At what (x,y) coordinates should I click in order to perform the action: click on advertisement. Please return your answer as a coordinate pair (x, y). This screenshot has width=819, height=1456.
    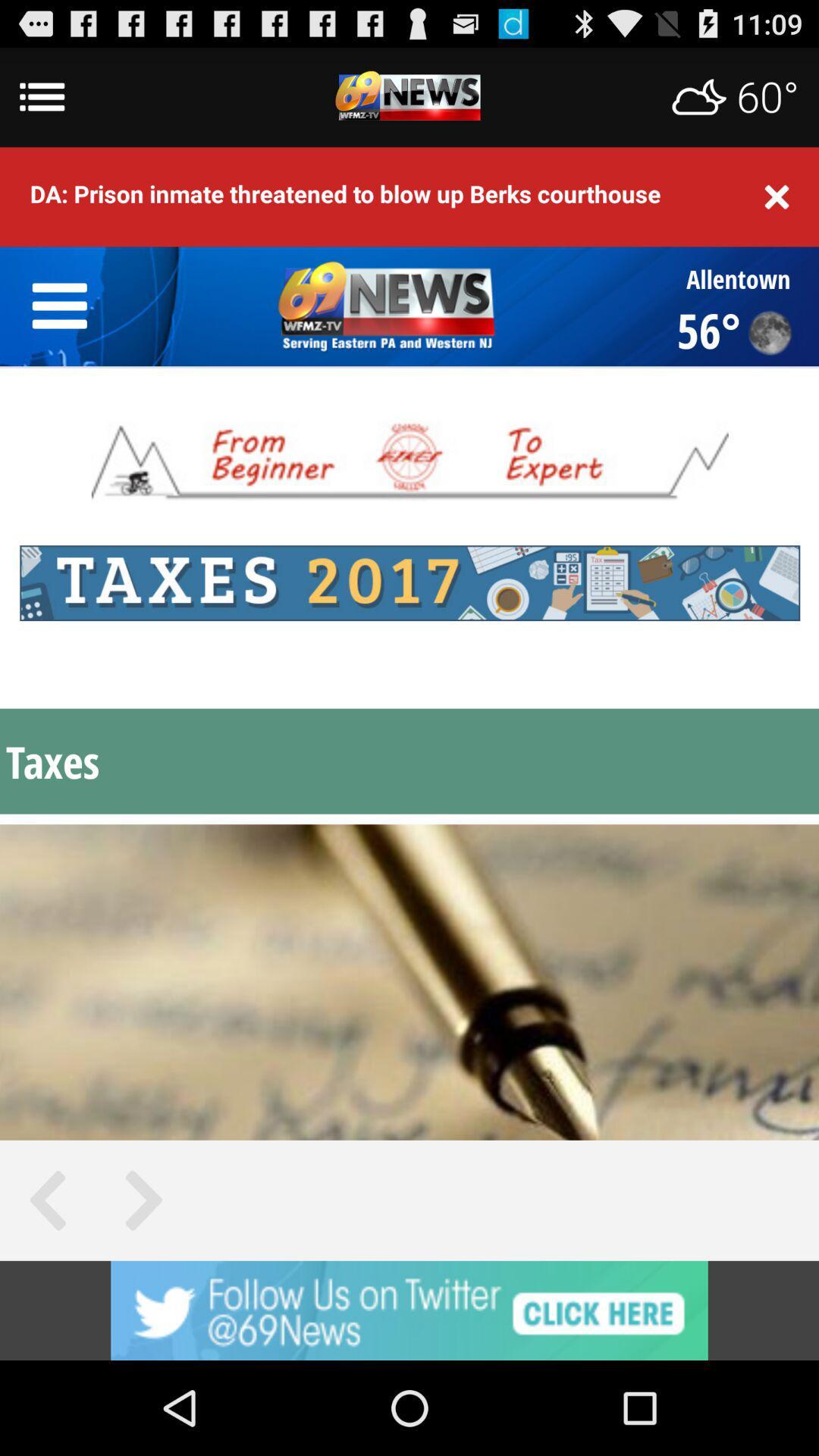
    Looking at the image, I should click on (409, 1310).